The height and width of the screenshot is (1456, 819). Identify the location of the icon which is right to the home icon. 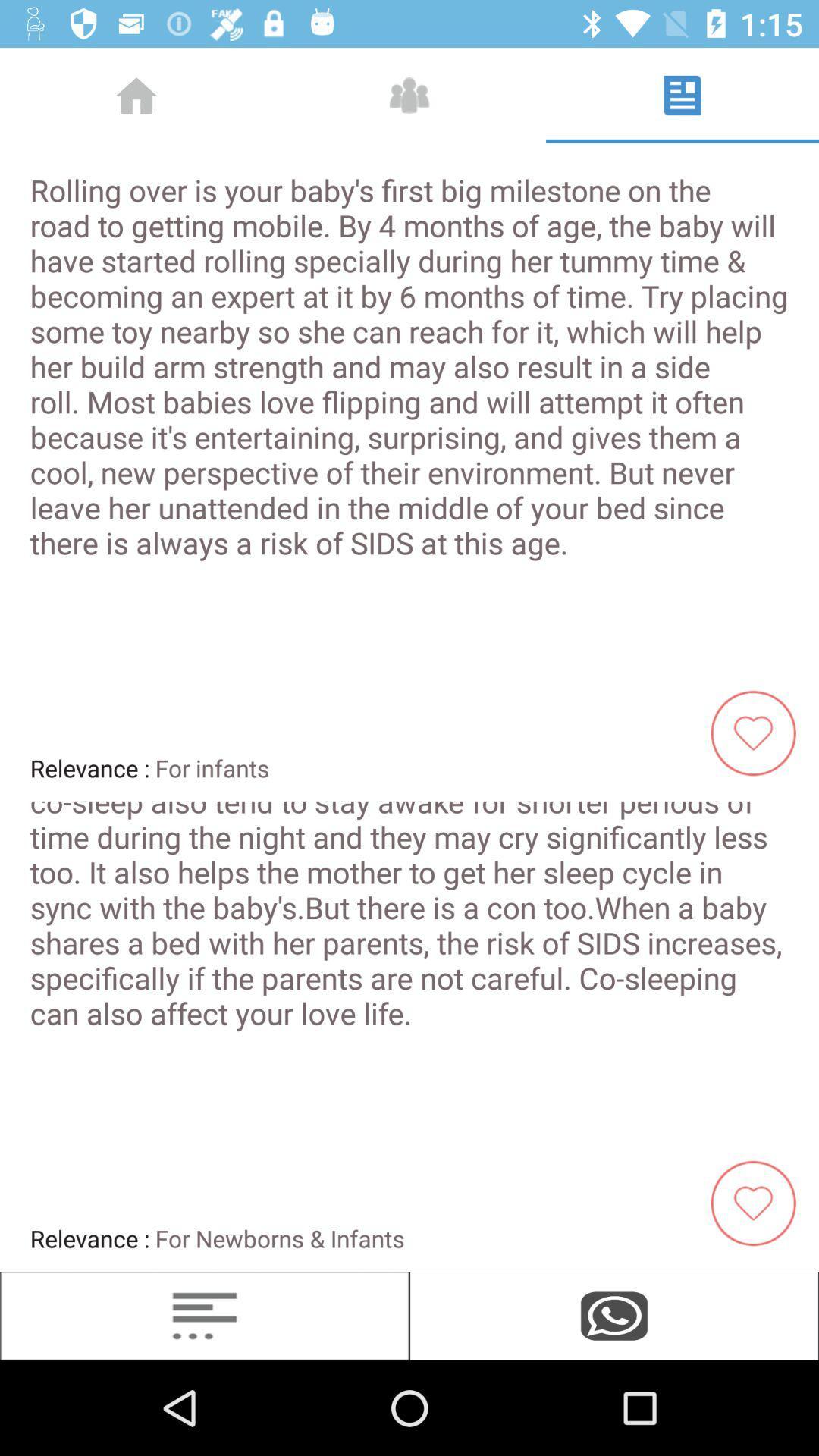
(409, 94).